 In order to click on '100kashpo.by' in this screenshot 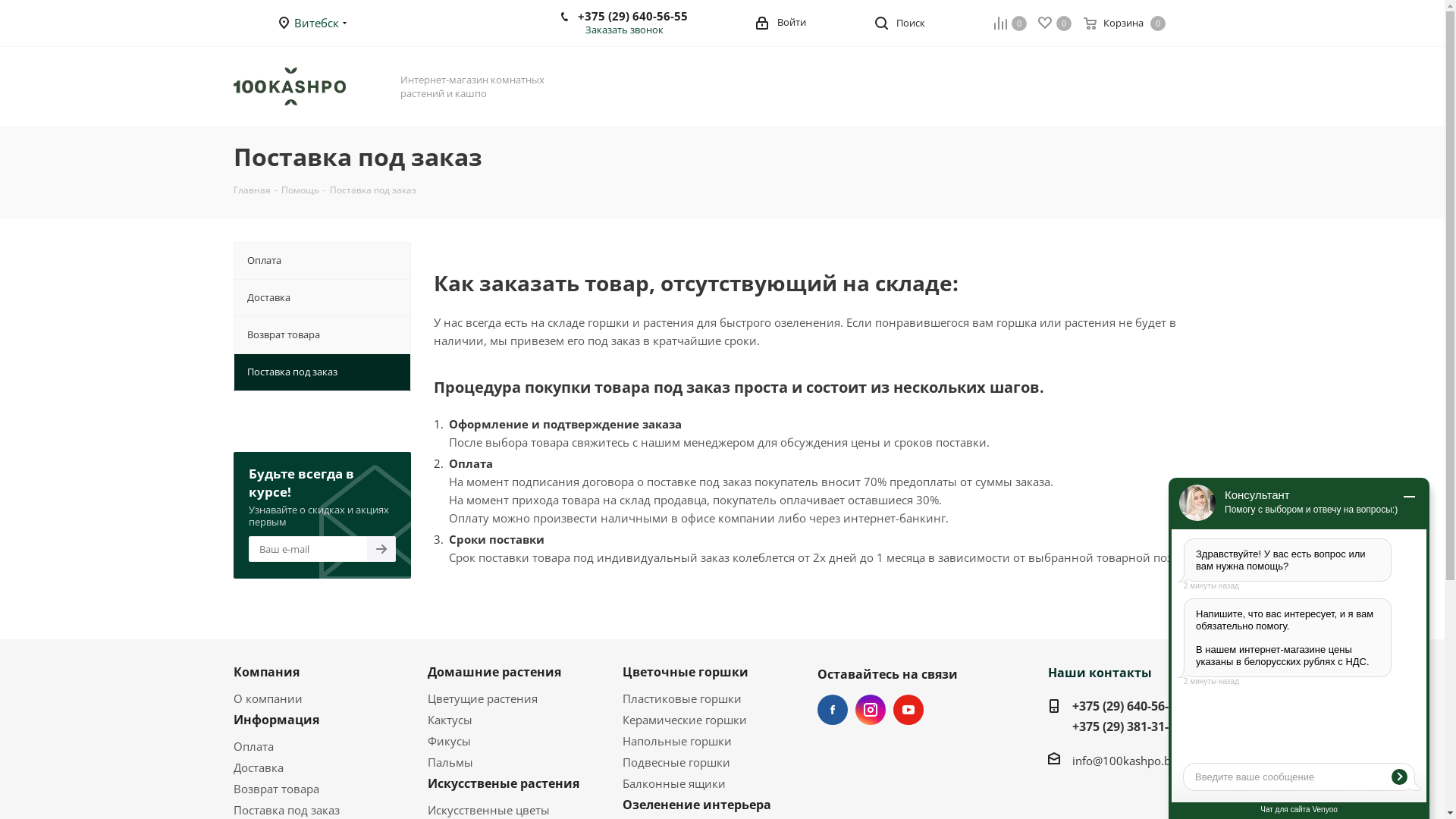, I will do `click(290, 86)`.